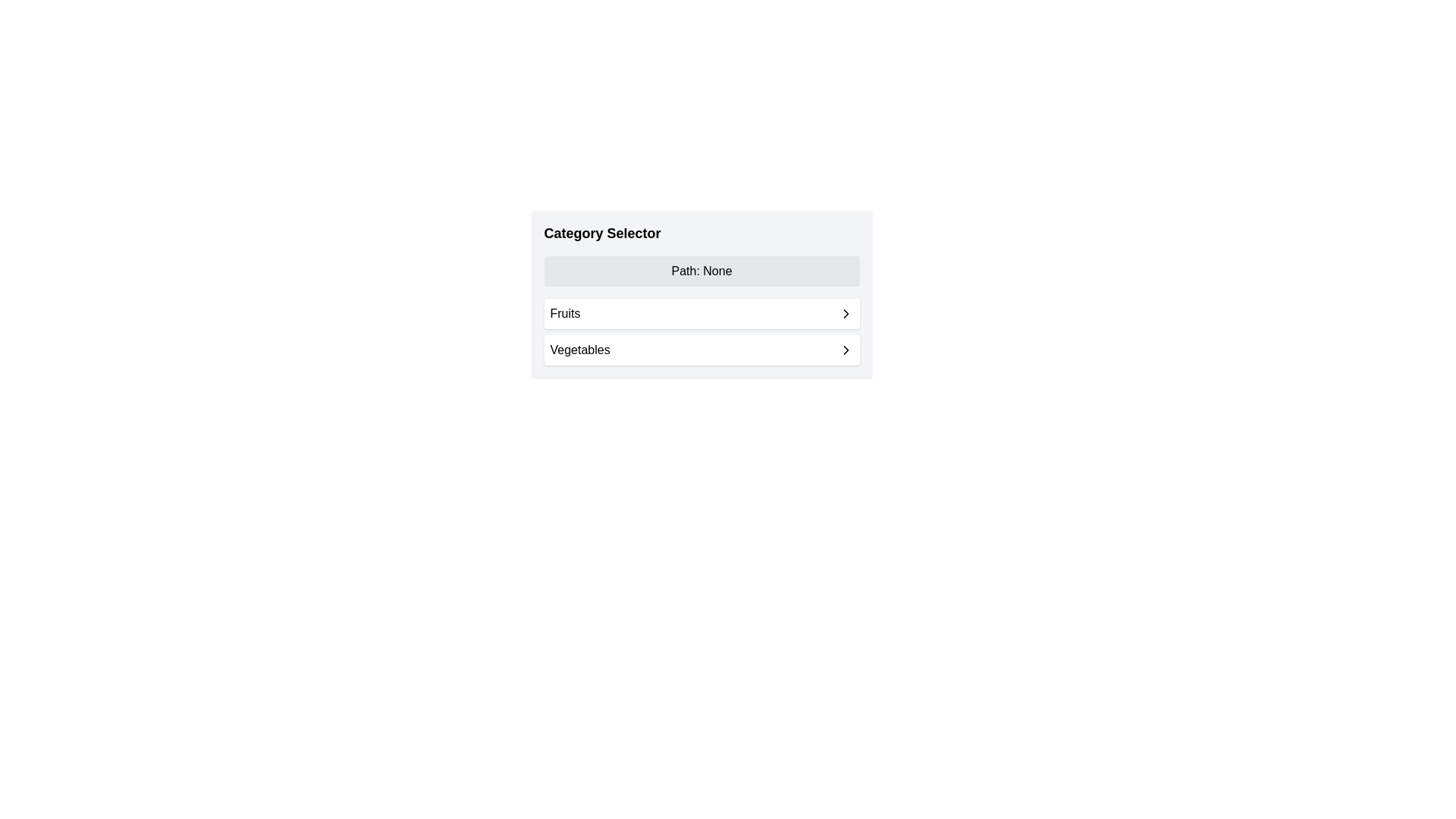  I want to click on the 'Vegetables' category label located in the lower selection block of the category selector interface, positioned below the 'Fruits' selection item and aligned to the left margin, so click(579, 350).